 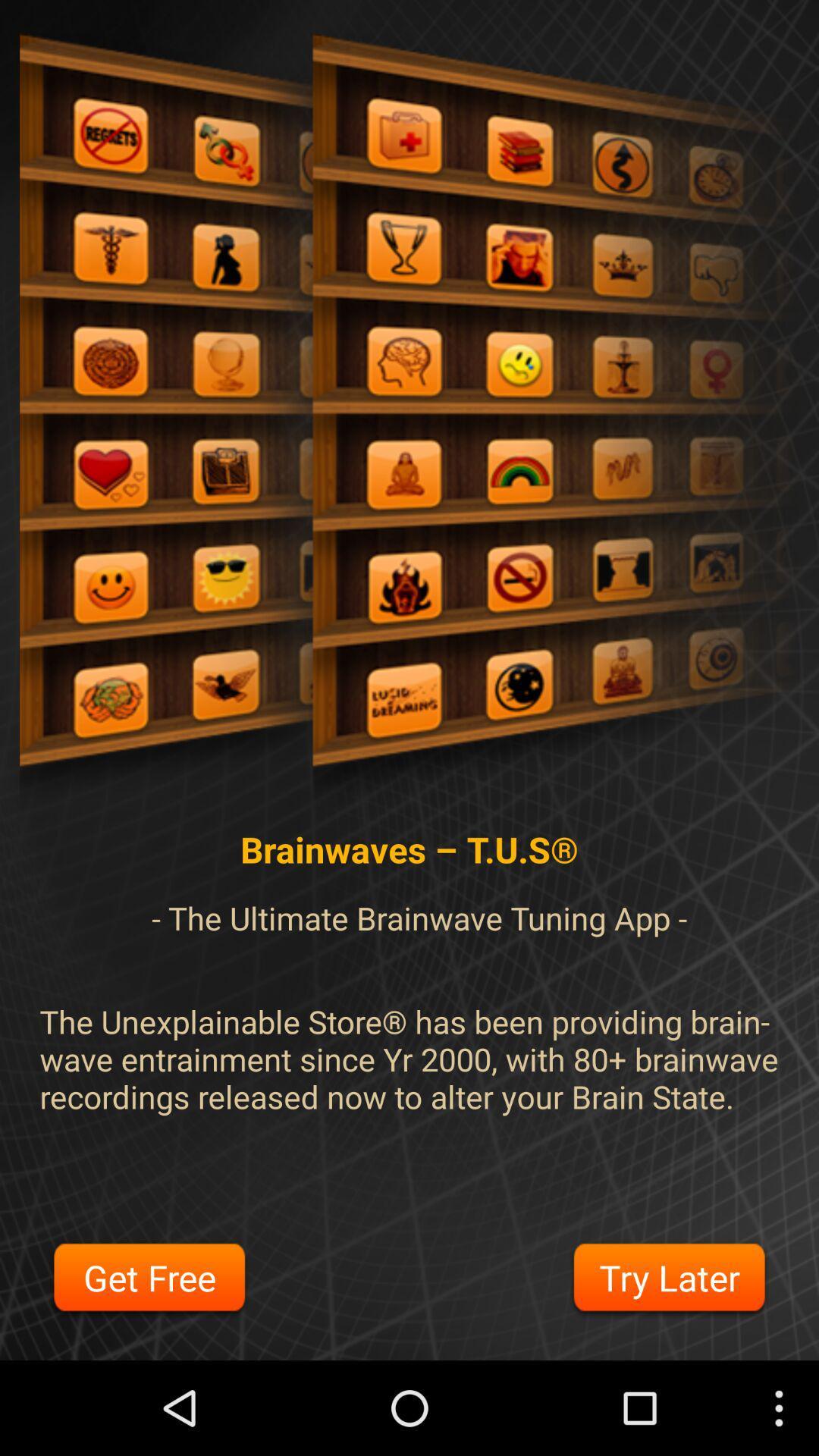 I want to click on try later button, so click(x=668, y=1280).